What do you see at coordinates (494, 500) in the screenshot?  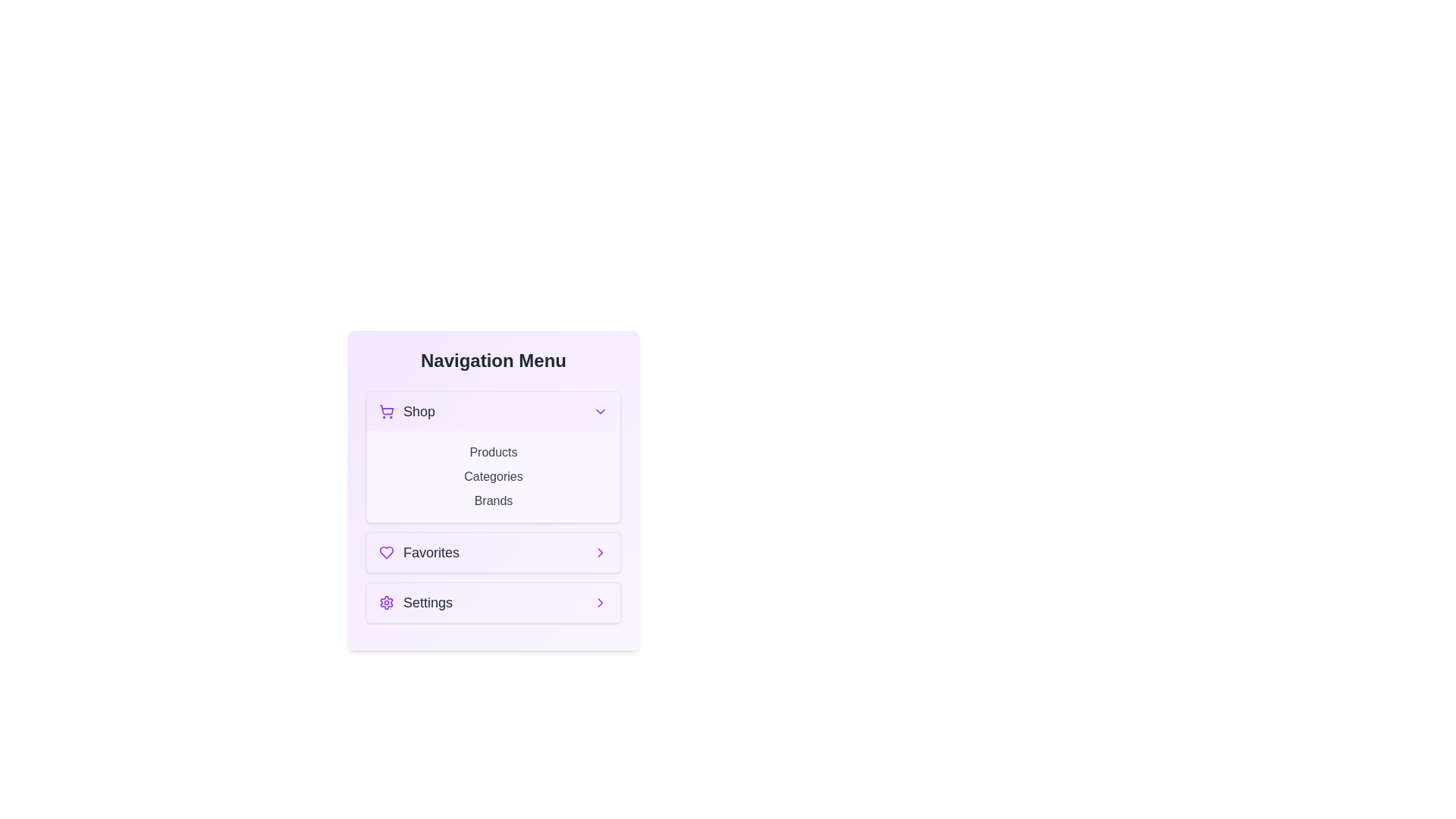 I see `the 'Brands' navigation link located as the third item in the vertical list under the 'Shop' category to change its style` at bounding box center [494, 500].